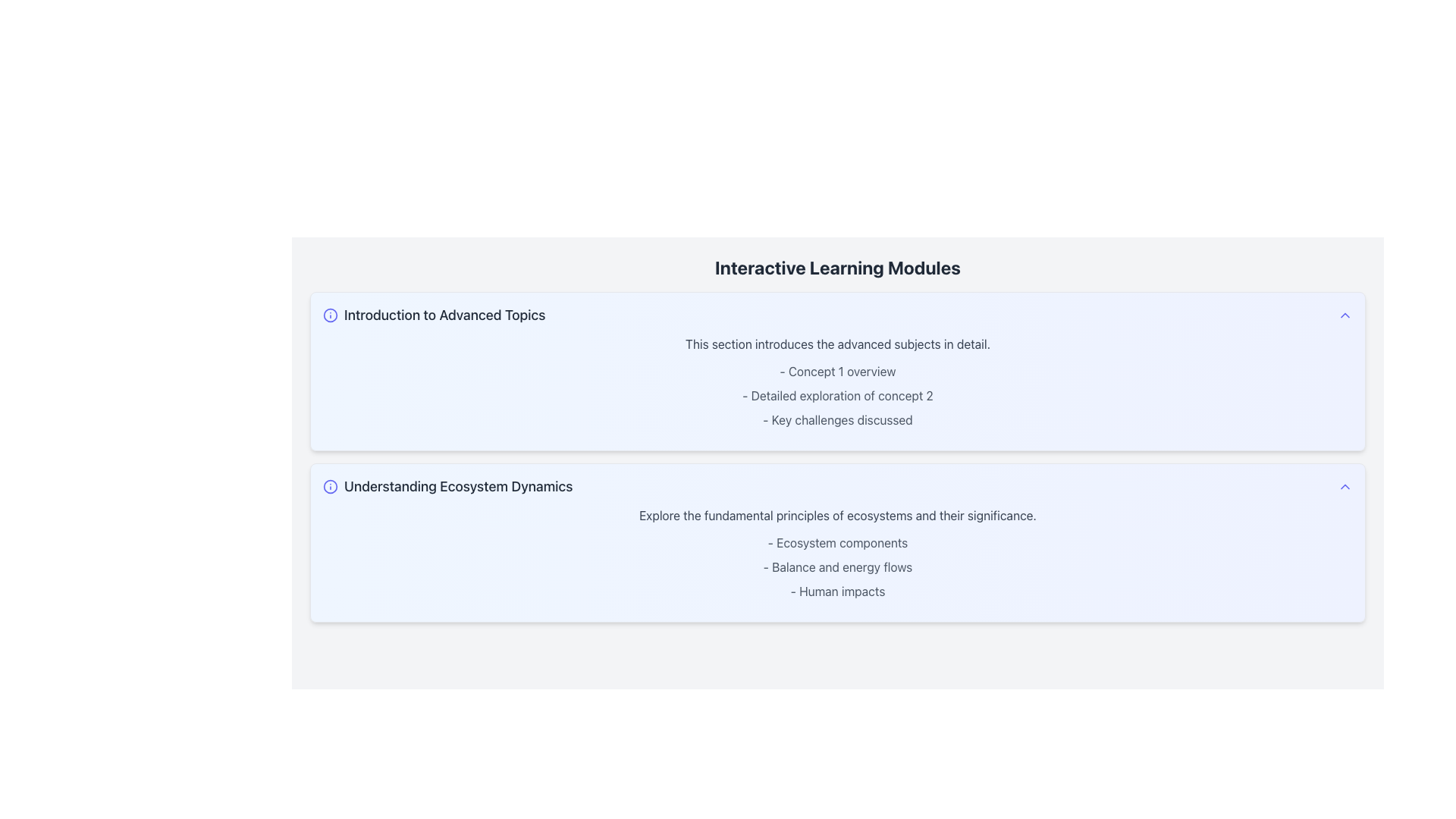 The image size is (1456, 819). I want to click on the second bullet point in the list under the section 'Introduction to Advanced Topics', which displays the text '- Detailed exploration of concept 2', so click(836, 394).